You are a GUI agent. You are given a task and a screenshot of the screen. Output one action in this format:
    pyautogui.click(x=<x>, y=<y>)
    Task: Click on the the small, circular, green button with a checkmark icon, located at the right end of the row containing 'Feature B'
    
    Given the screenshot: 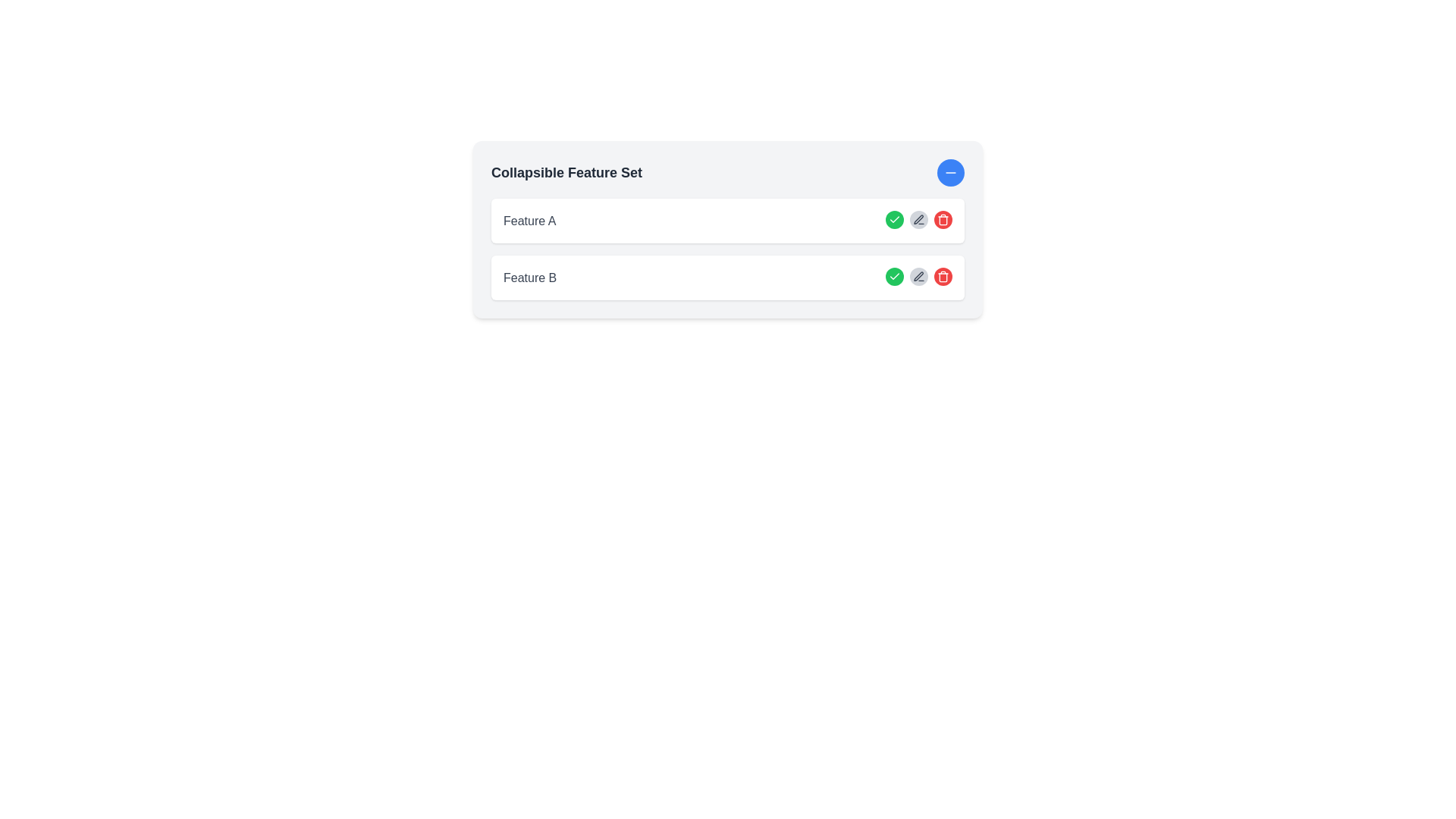 What is the action you would take?
    pyautogui.click(x=895, y=219)
    